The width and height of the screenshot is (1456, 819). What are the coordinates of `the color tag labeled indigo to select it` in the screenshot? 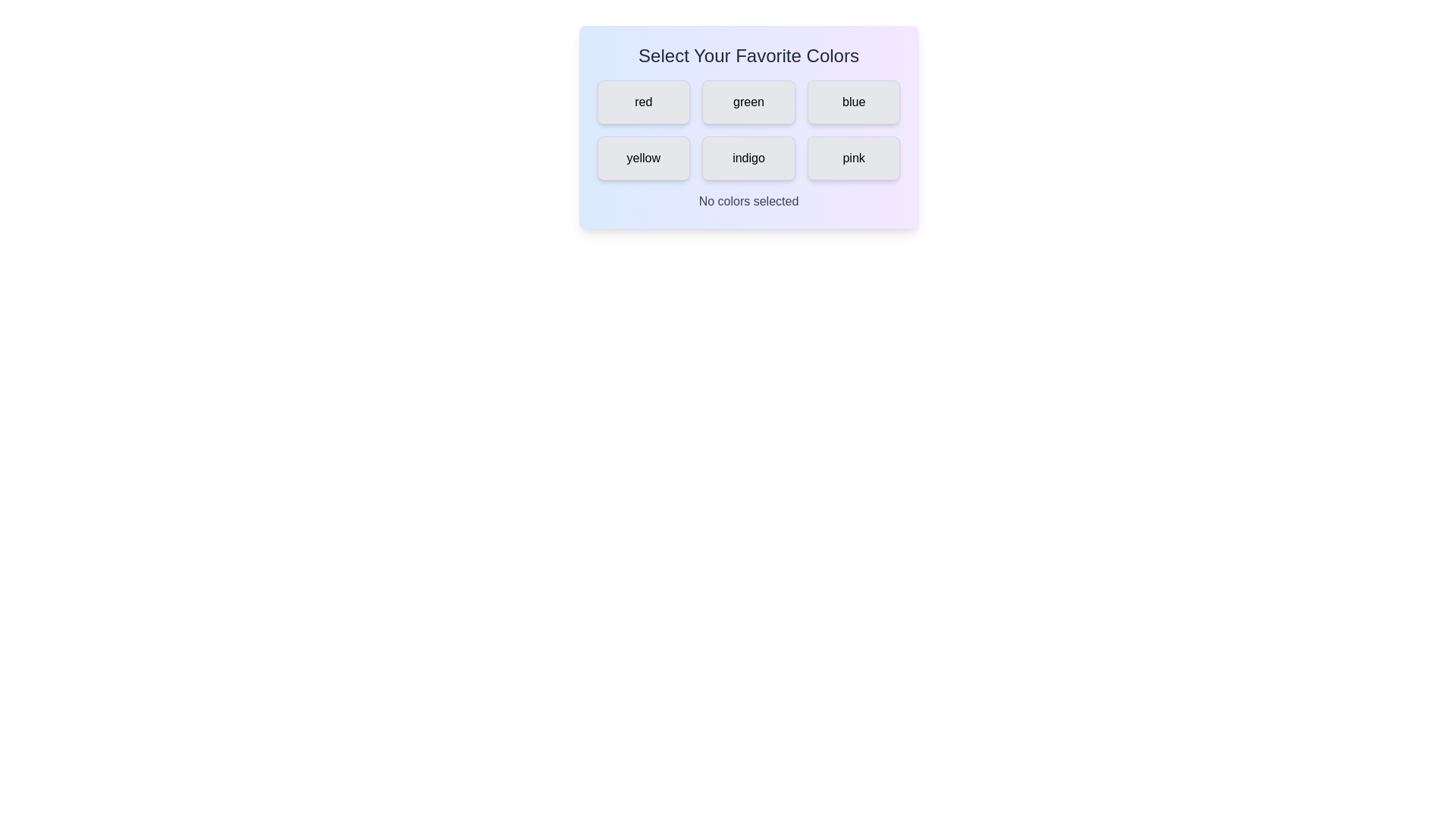 It's located at (748, 158).